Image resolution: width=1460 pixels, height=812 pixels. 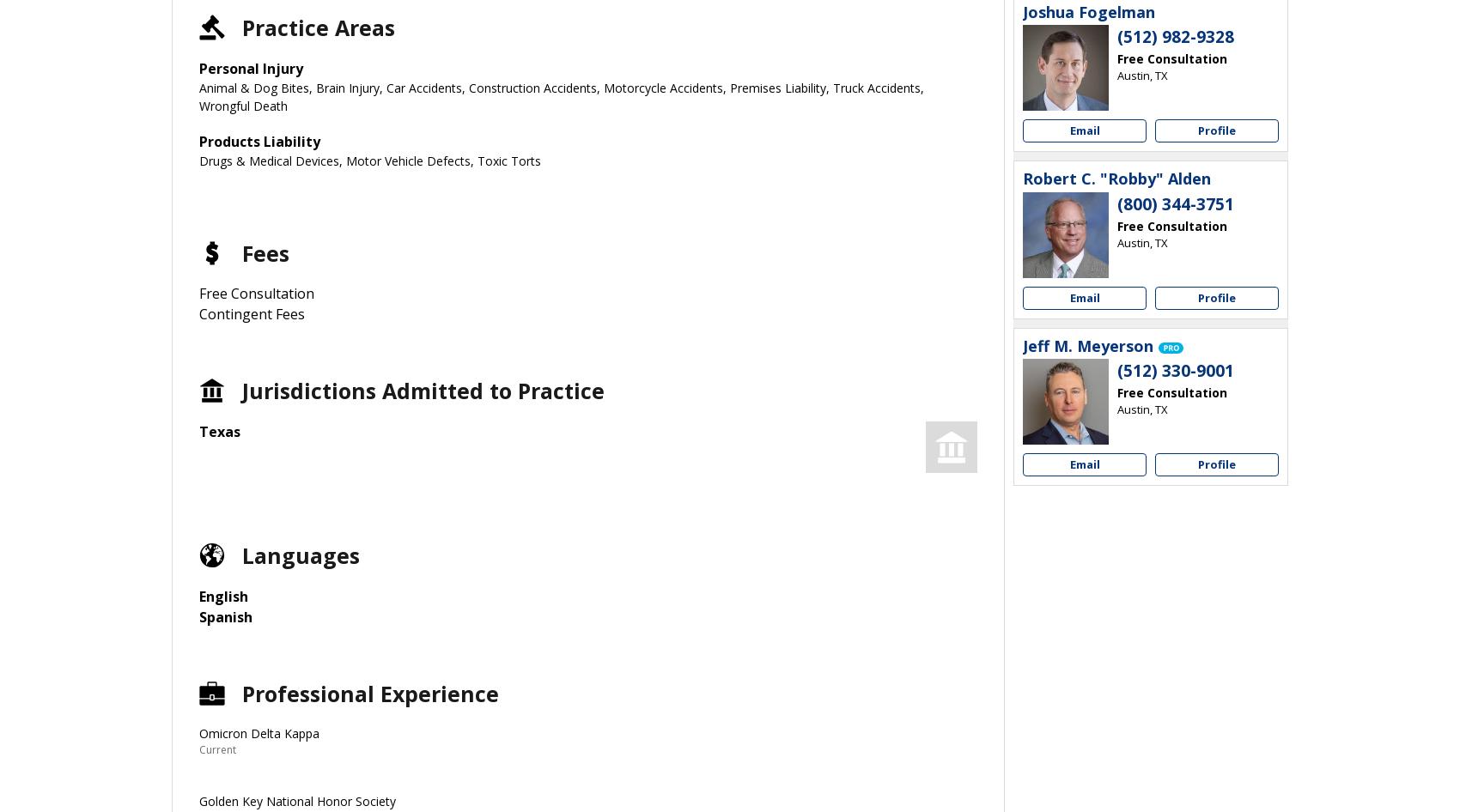 I want to click on 'Texas', so click(x=220, y=431).